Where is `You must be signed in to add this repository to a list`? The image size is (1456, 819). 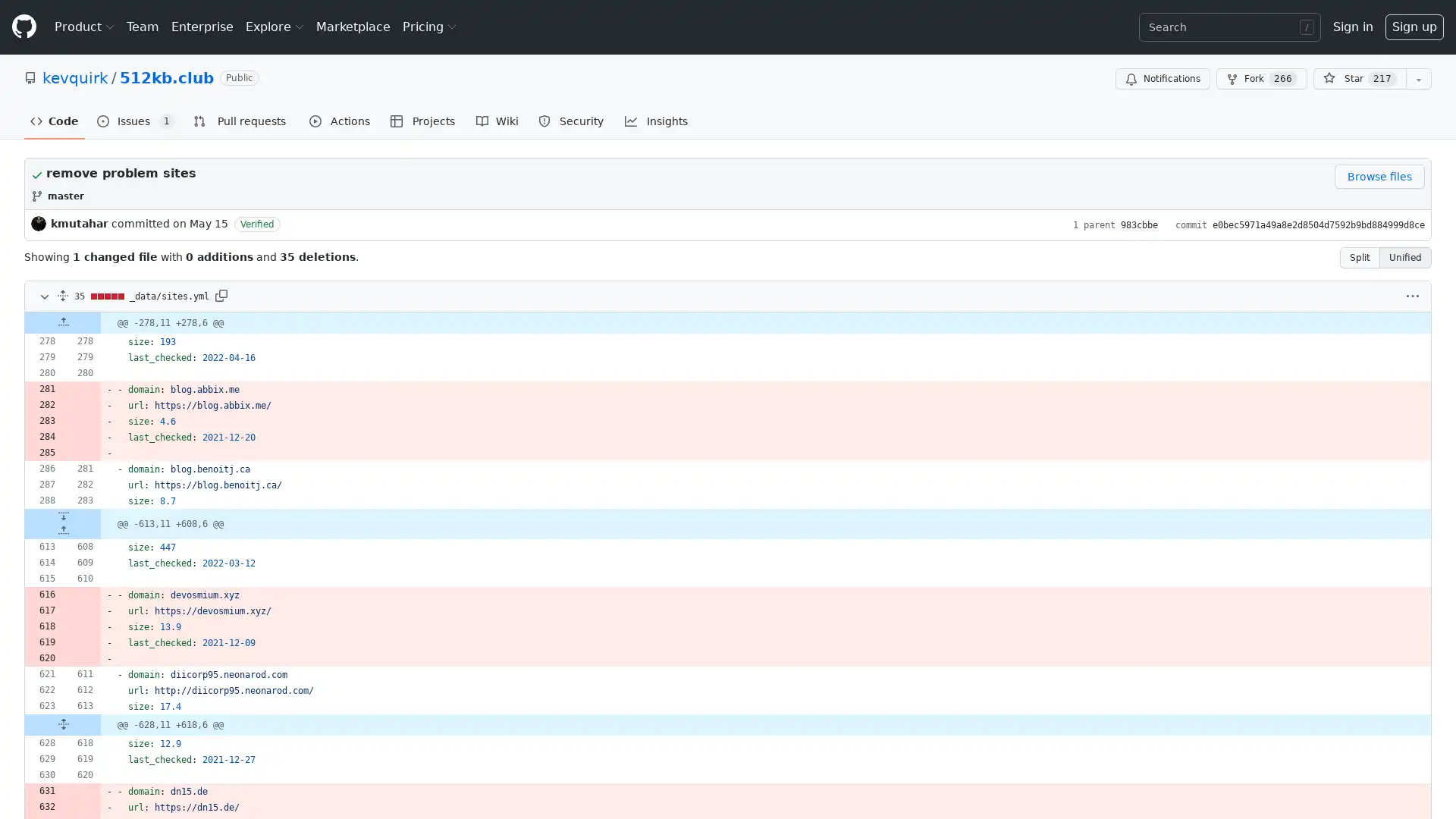 You must be signed in to add this repository to a list is located at coordinates (1418, 79).